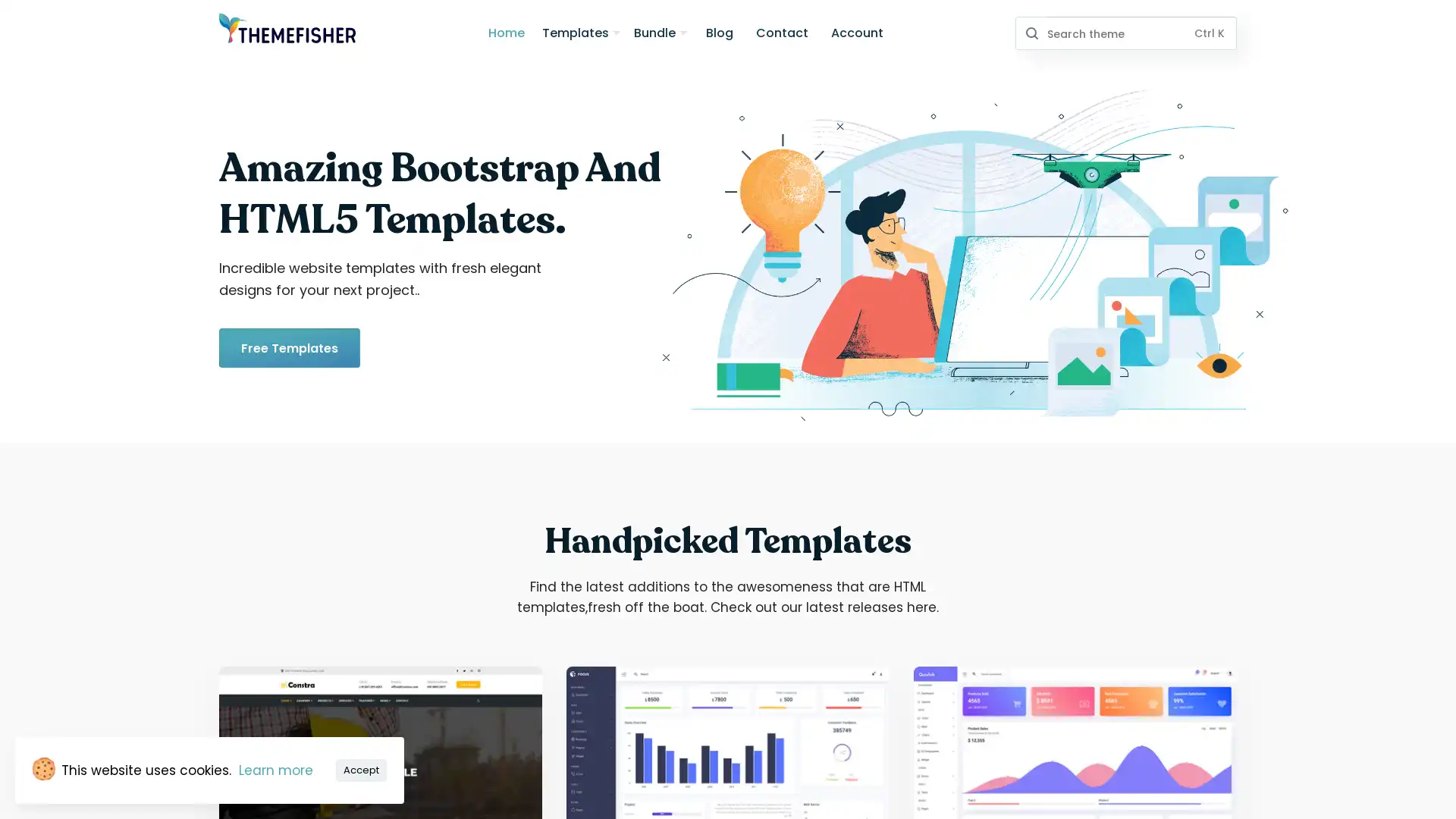  I want to click on Accept cookies, so click(360, 769).